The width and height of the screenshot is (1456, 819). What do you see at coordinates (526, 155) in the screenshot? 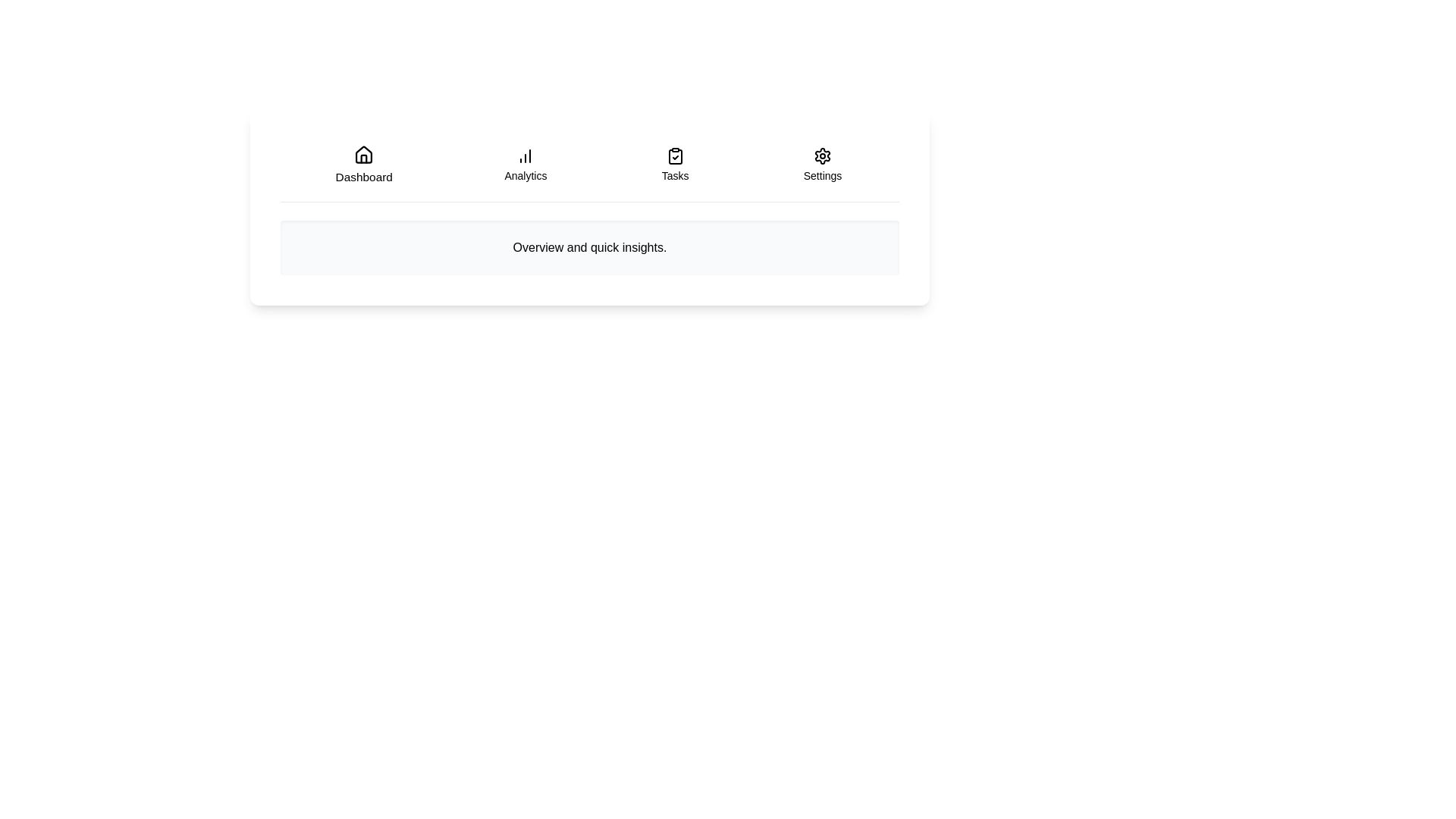
I see `the icon resembling an increasing column chart, which is positioned above the 'Analytics' label in the navigation menu` at bounding box center [526, 155].